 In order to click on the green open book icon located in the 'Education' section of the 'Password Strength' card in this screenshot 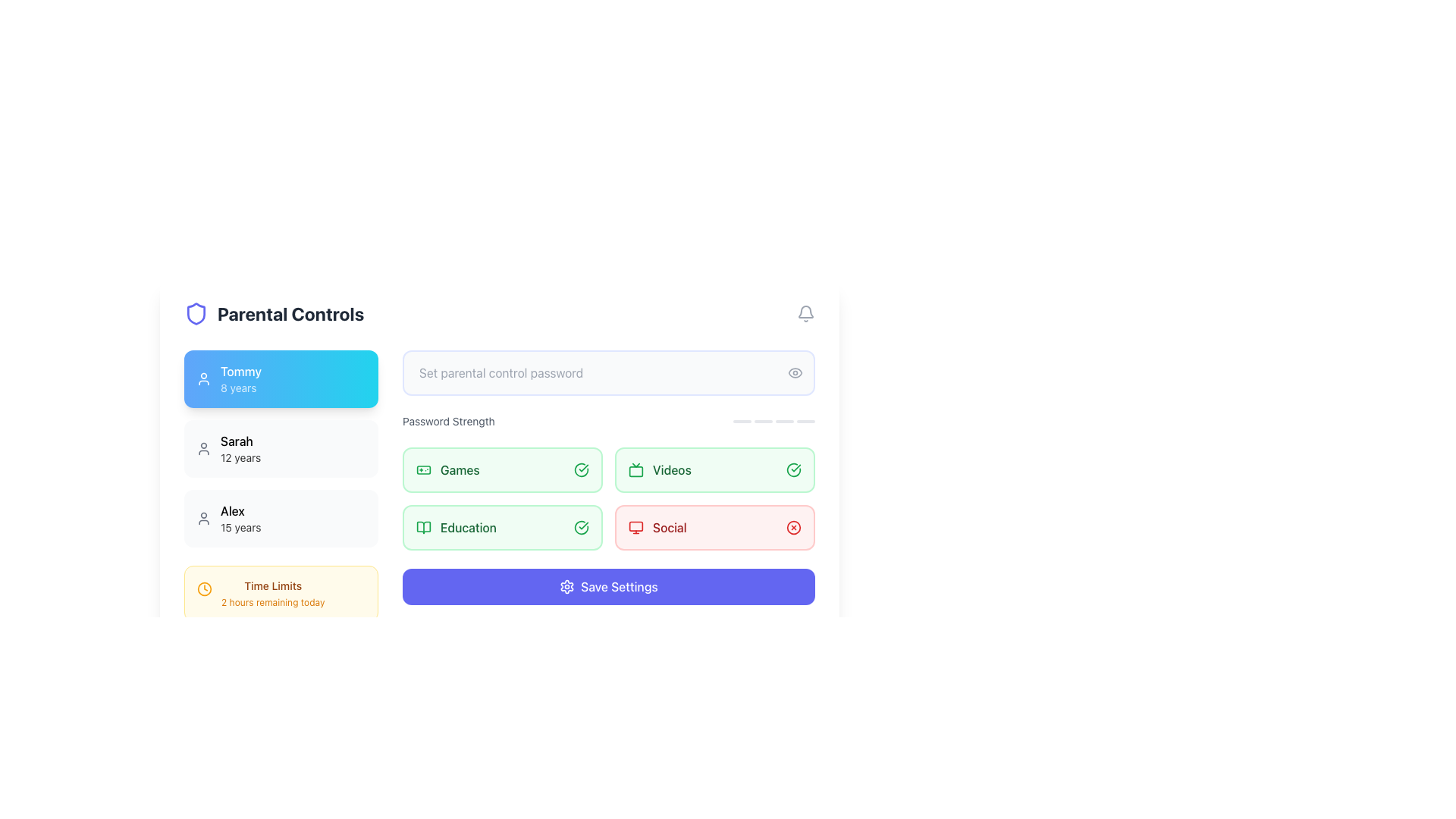, I will do `click(423, 526)`.